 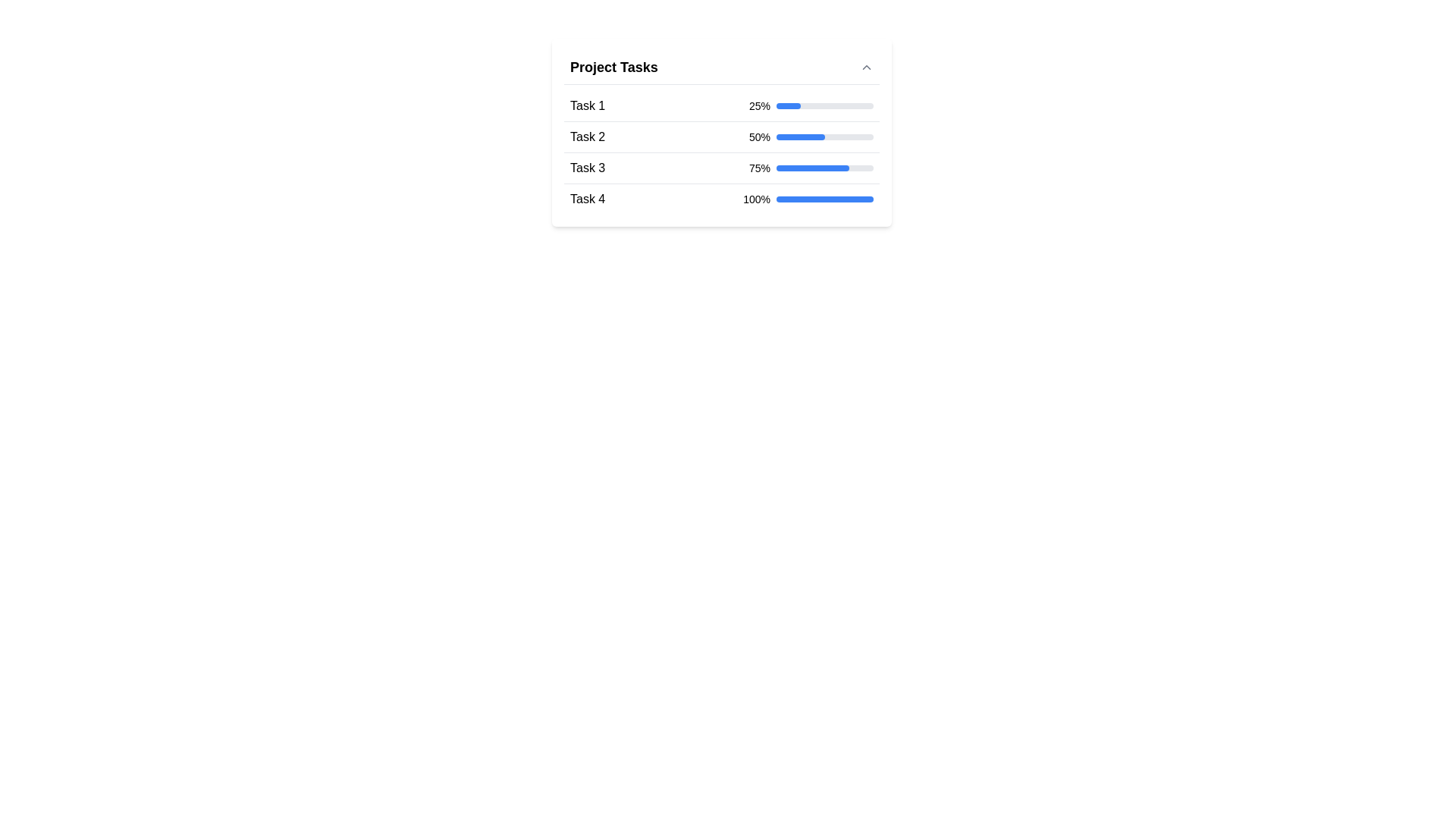 I want to click on the text label displaying '100%' in the fourth row of the task progress list, located to the left of the progress bar for Task 4, so click(x=757, y=198).